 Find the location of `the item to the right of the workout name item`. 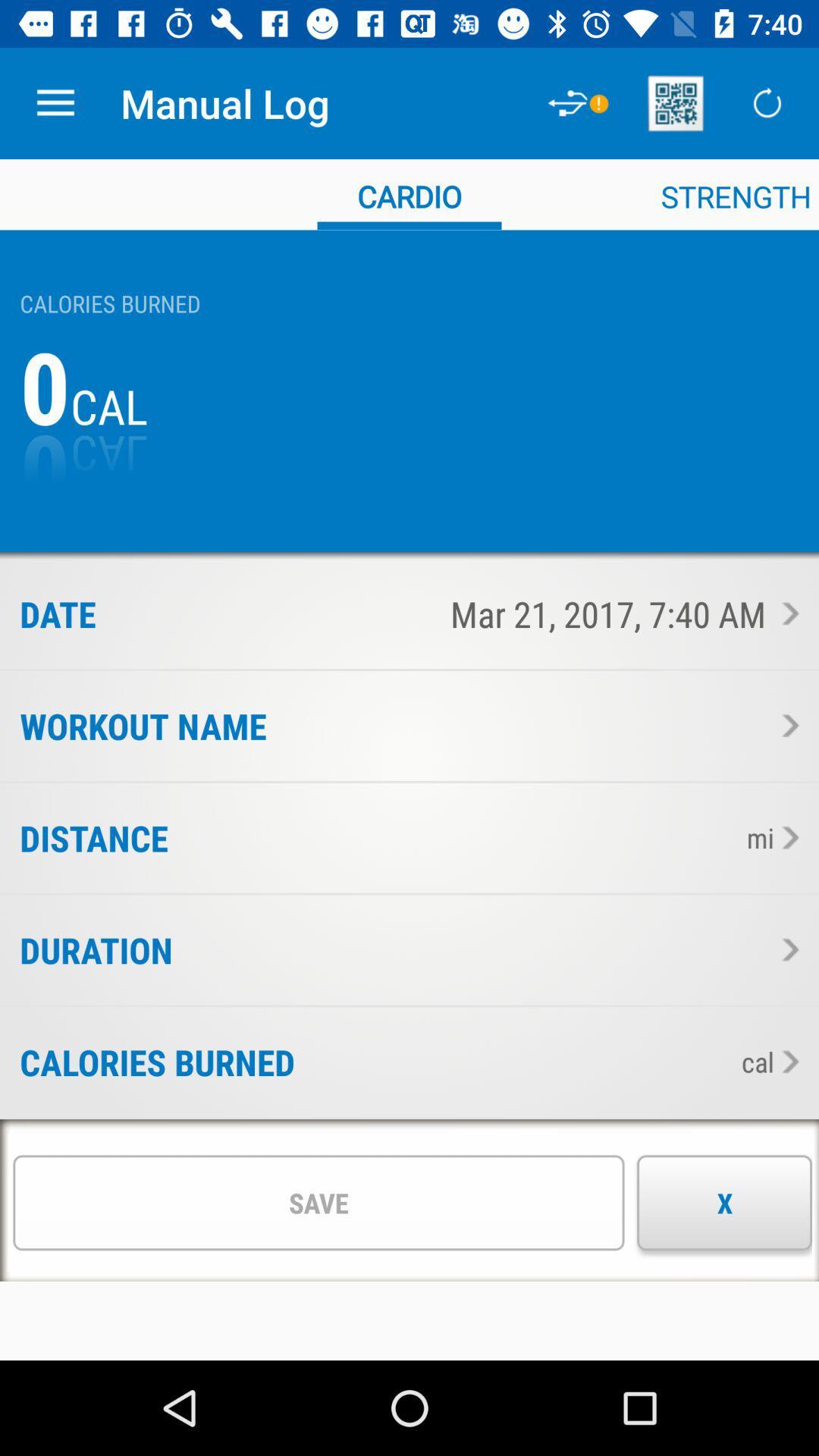

the item to the right of the workout name item is located at coordinates (532, 725).